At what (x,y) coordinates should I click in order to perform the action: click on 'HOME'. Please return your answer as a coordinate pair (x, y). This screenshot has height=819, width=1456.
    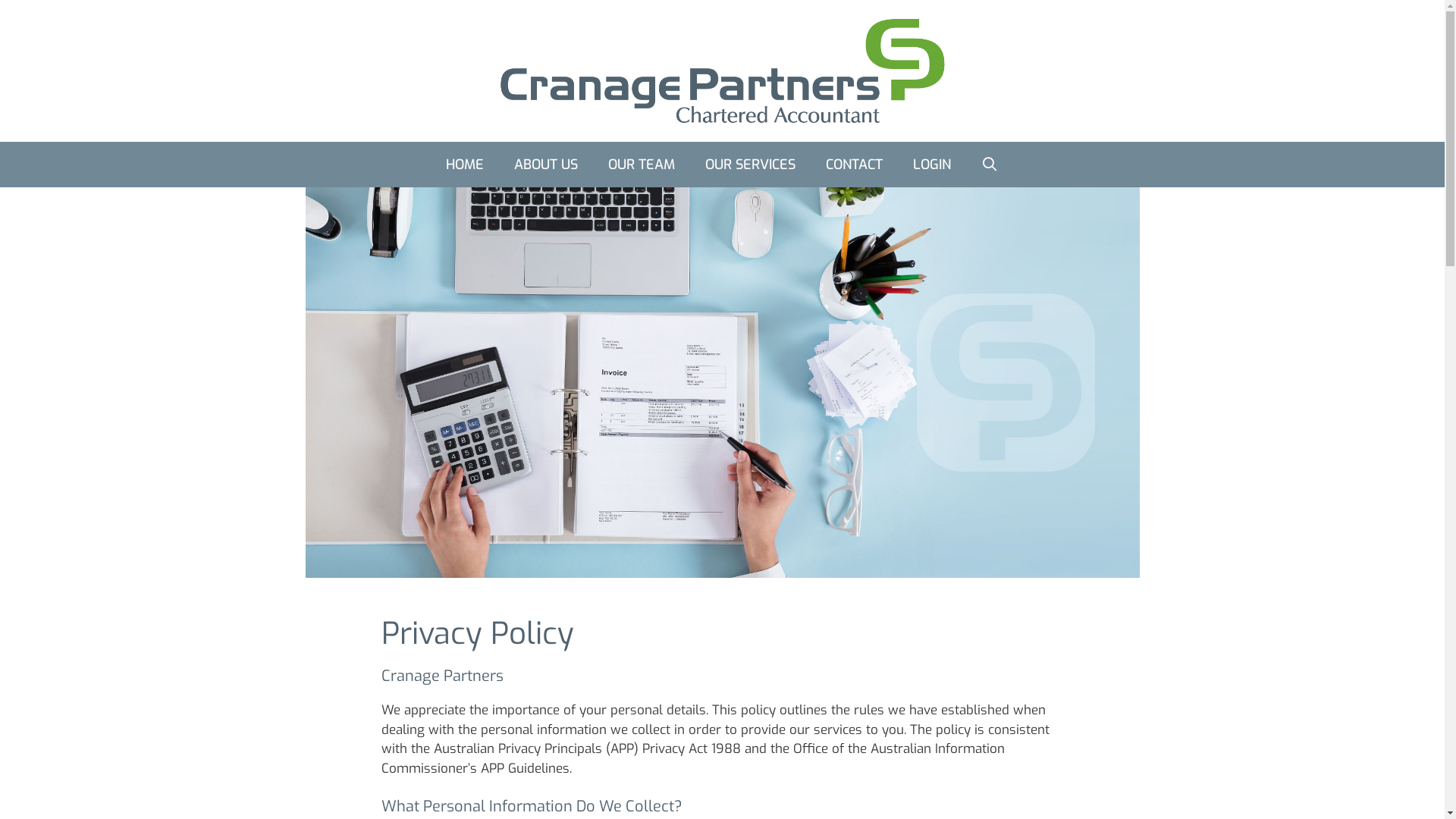
    Looking at the image, I should click on (464, 164).